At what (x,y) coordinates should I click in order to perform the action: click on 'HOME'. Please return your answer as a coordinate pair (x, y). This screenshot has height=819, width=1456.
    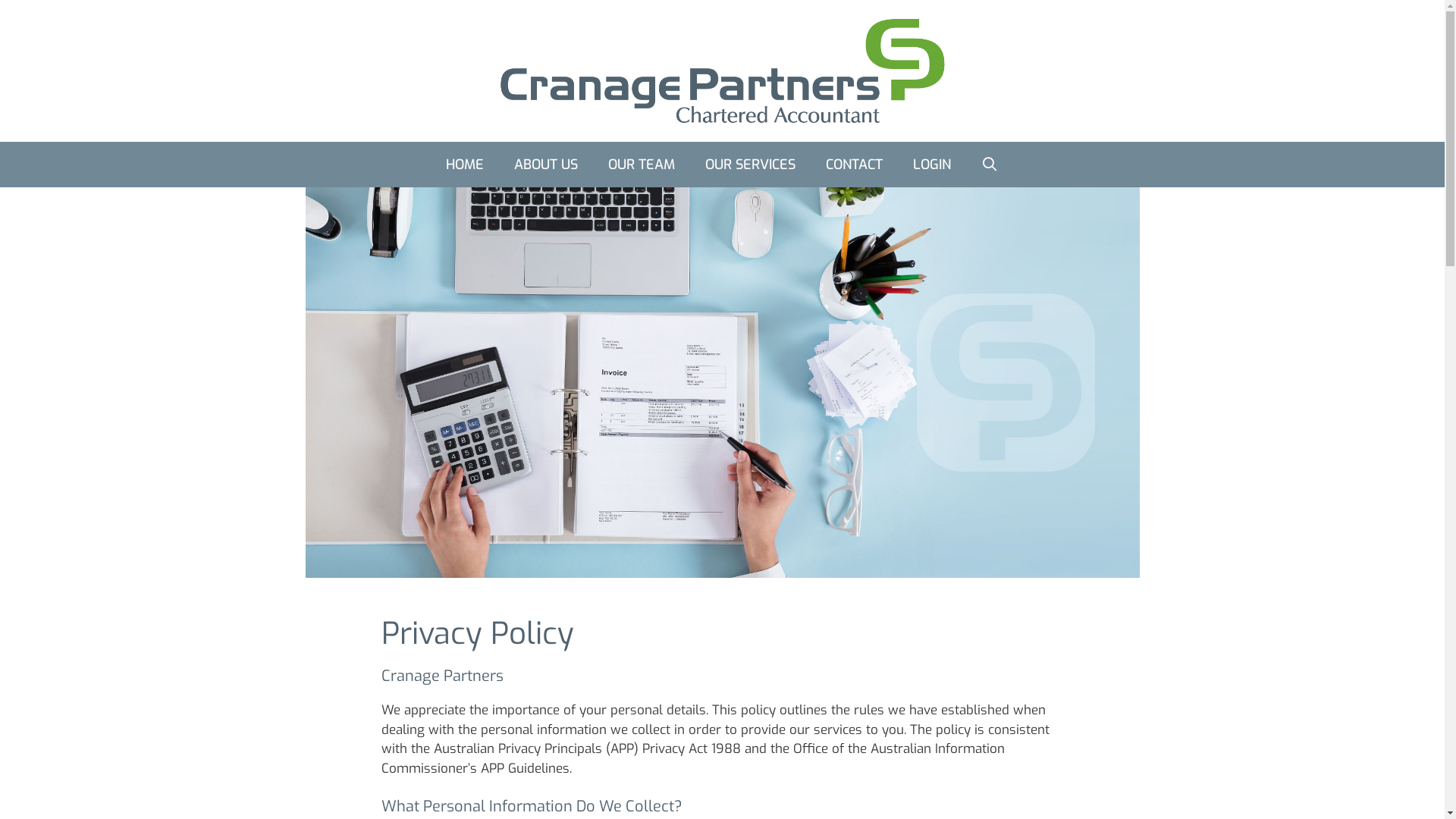
    Looking at the image, I should click on (464, 164).